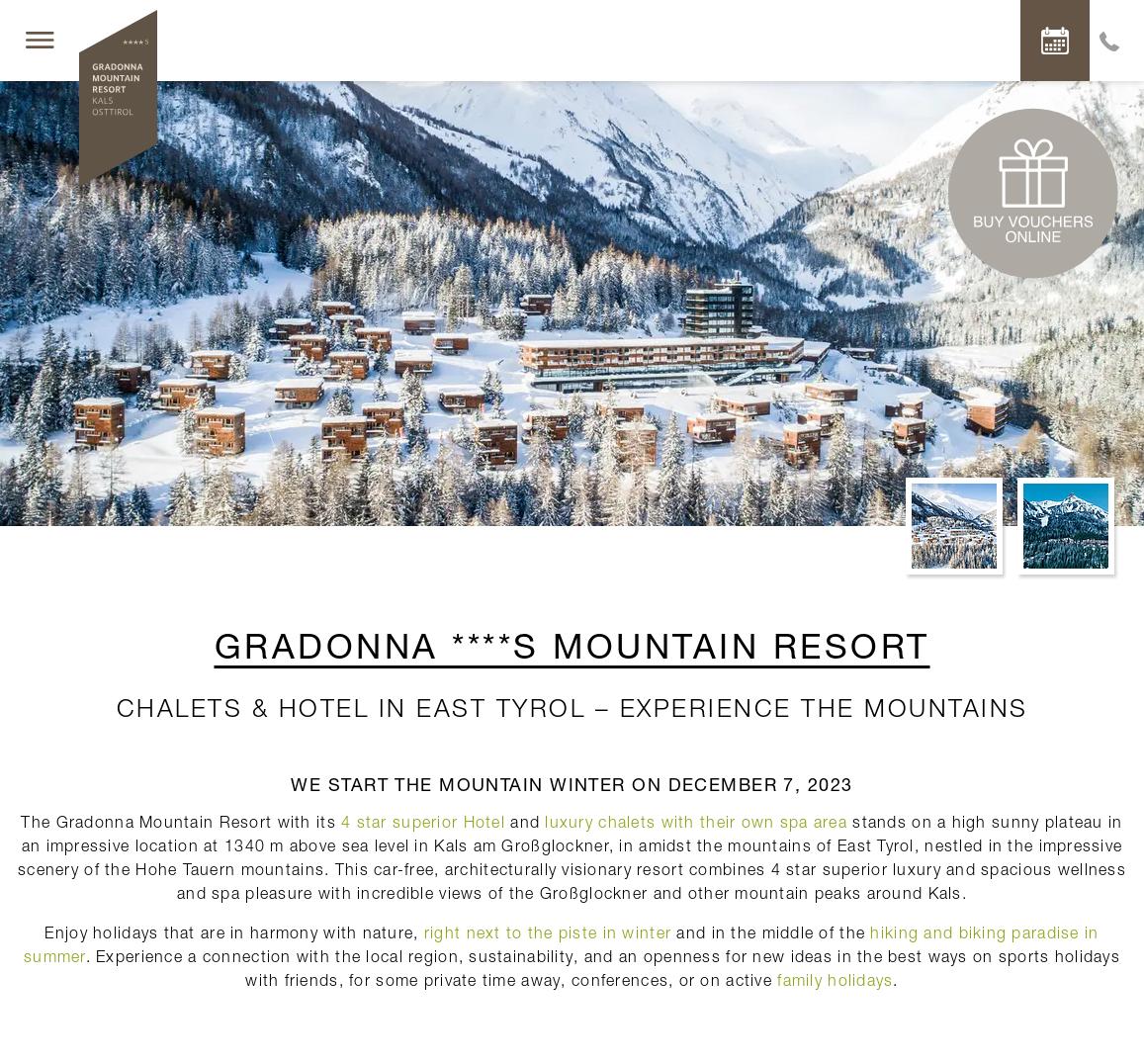 Image resolution: width=1144 pixels, height=1064 pixels. I want to click on 'and', so click(523, 820).